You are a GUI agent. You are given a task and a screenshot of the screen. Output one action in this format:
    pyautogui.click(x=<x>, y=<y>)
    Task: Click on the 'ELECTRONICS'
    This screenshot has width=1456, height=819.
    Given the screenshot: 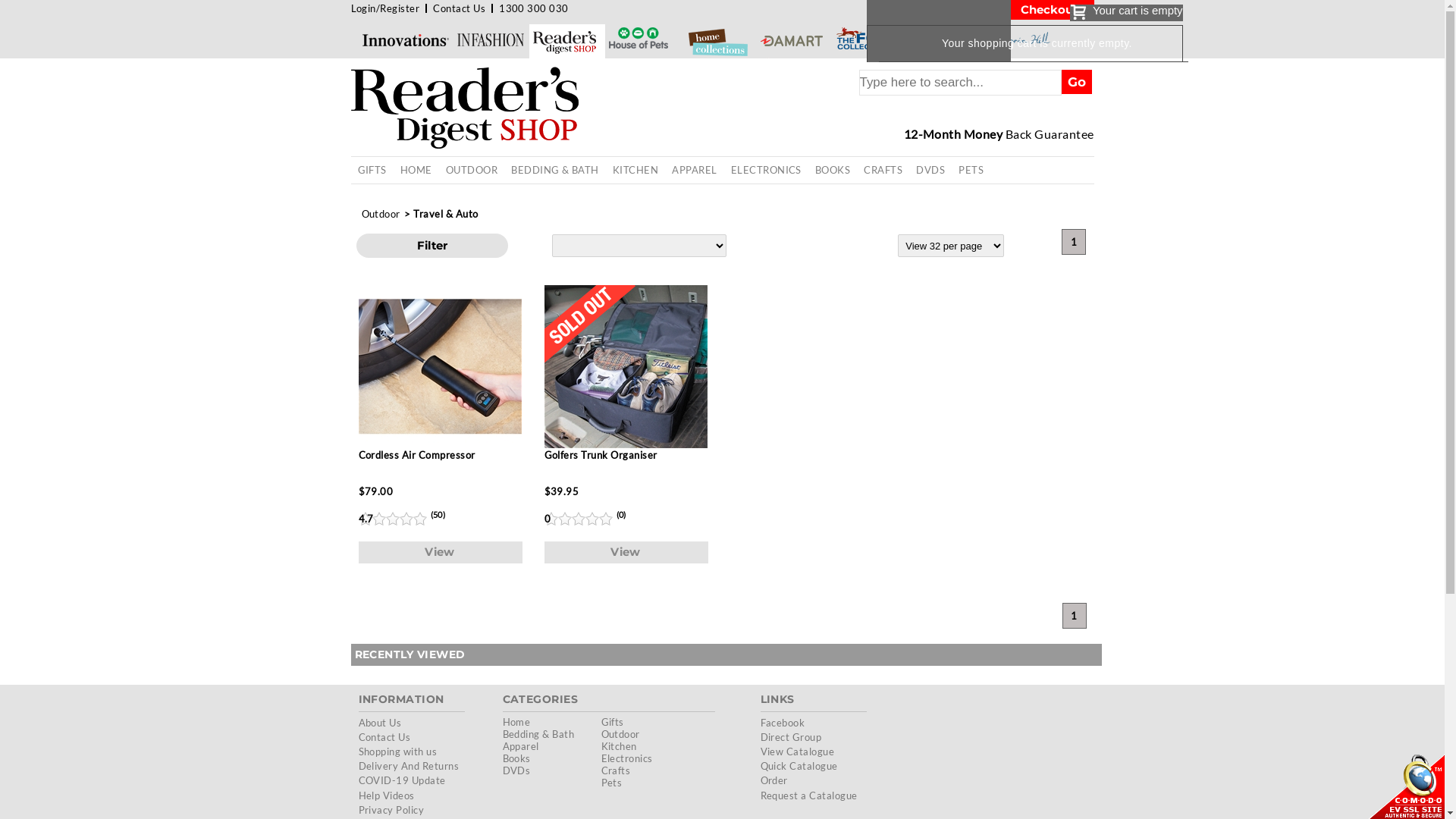 What is the action you would take?
    pyautogui.click(x=766, y=170)
    